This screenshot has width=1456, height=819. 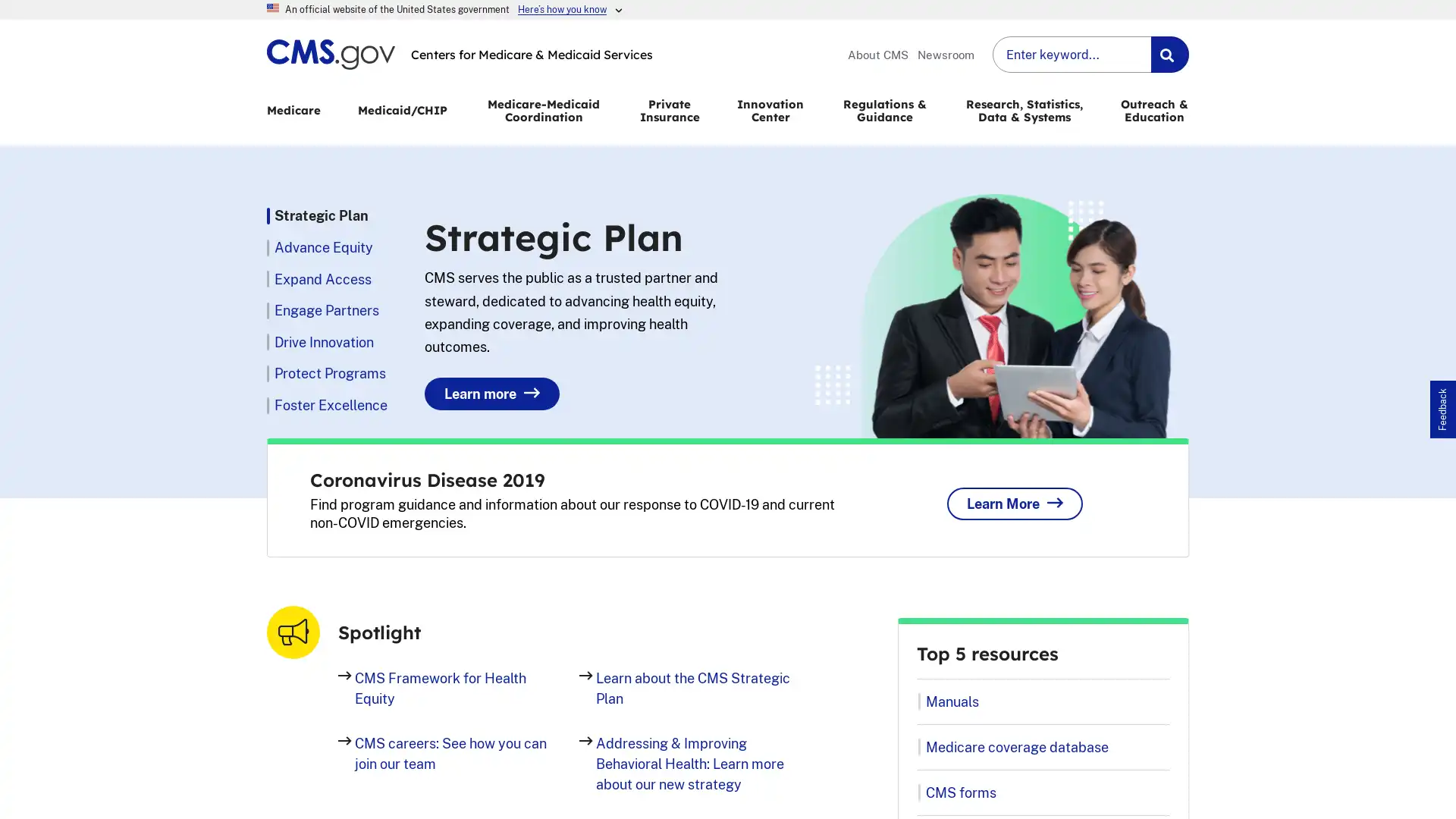 What do you see at coordinates (570, 9) in the screenshot?
I see `Heres how you know` at bounding box center [570, 9].